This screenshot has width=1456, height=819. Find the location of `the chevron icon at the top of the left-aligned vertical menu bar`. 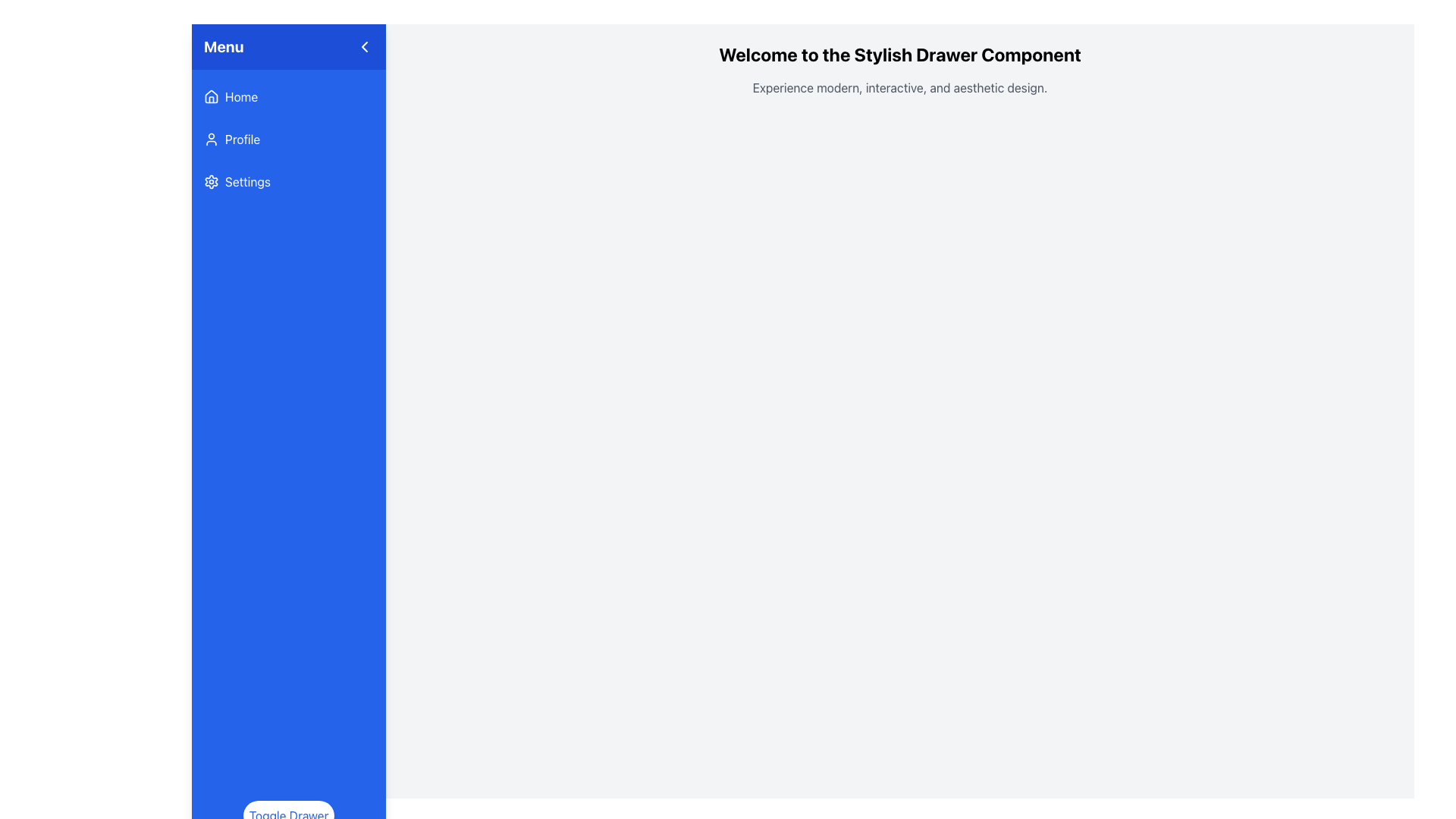

the chevron icon at the top of the left-aligned vertical menu bar is located at coordinates (364, 45).